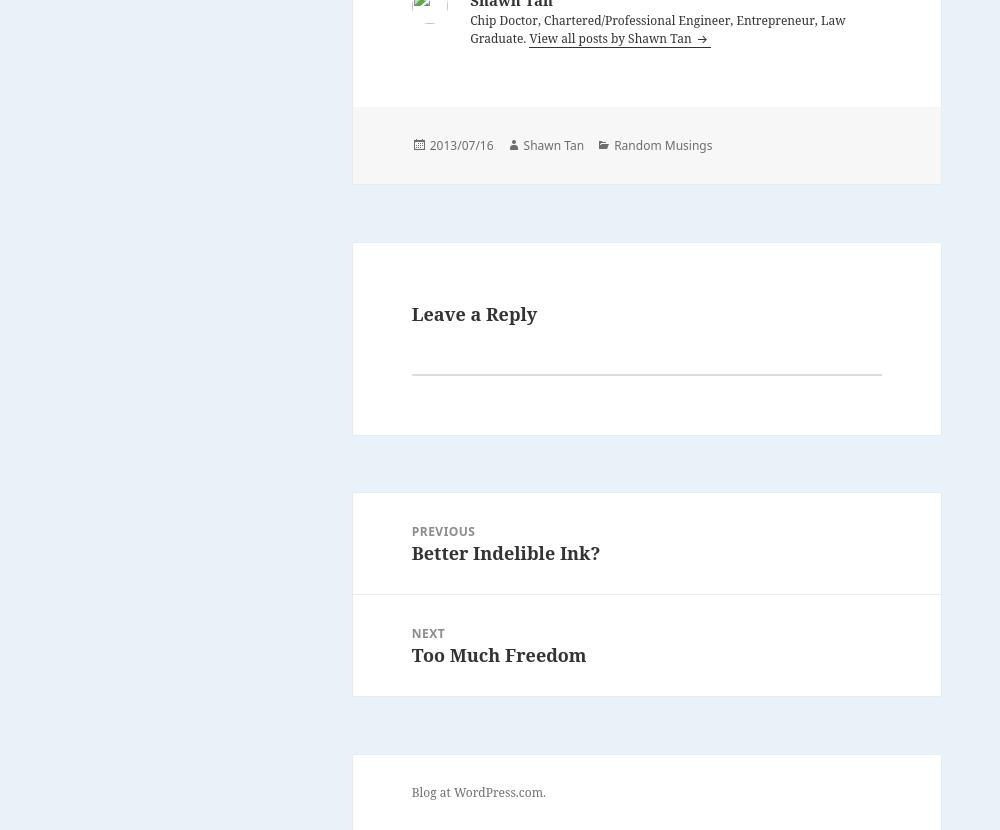  Describe the element at coordinates (497, 653) in the screenshot. I see `'Too Much Freedom'` at that location.